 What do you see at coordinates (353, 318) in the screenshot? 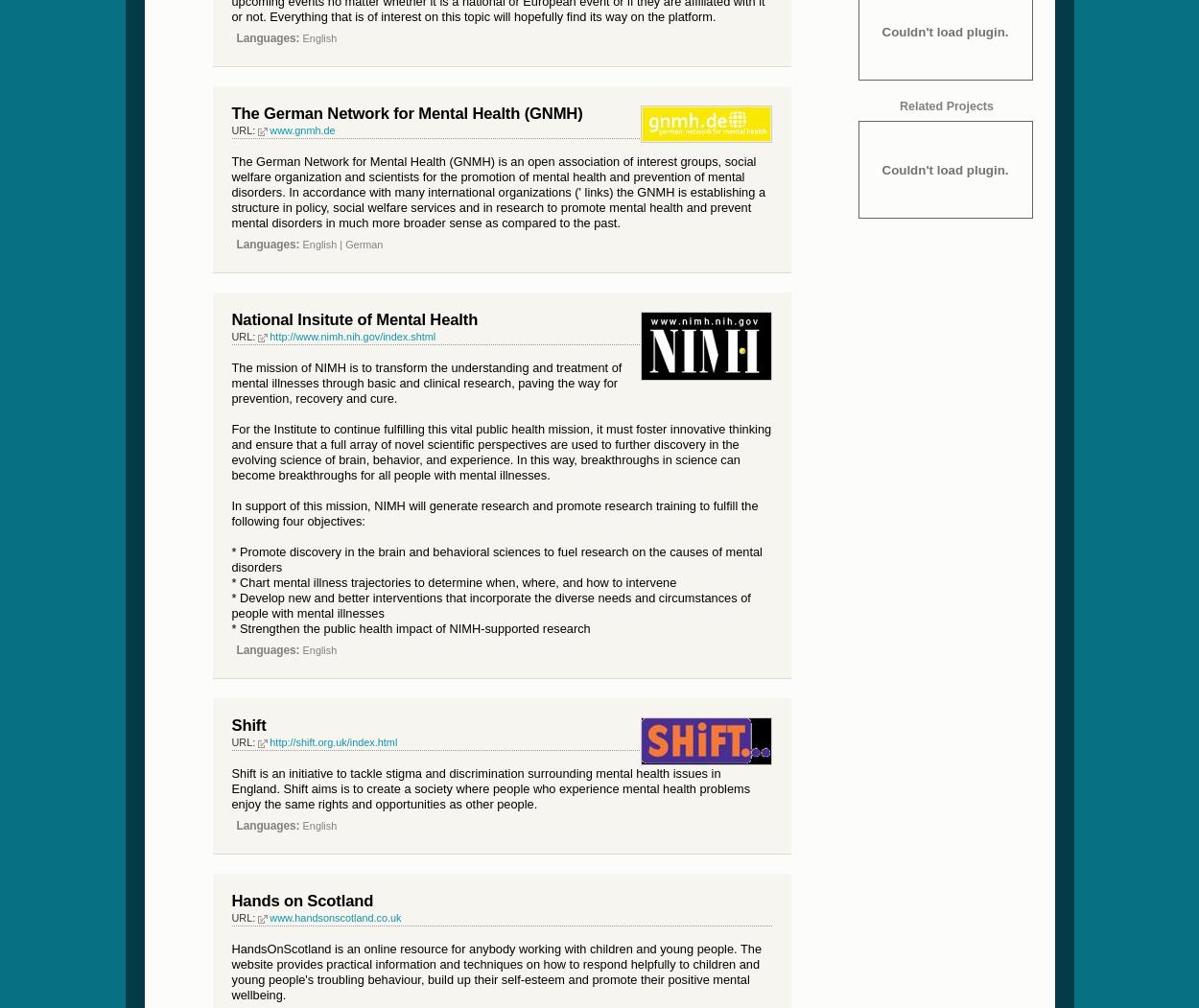
I see `'National Insitute of Mental Health'` at bounding box center [353, 318].